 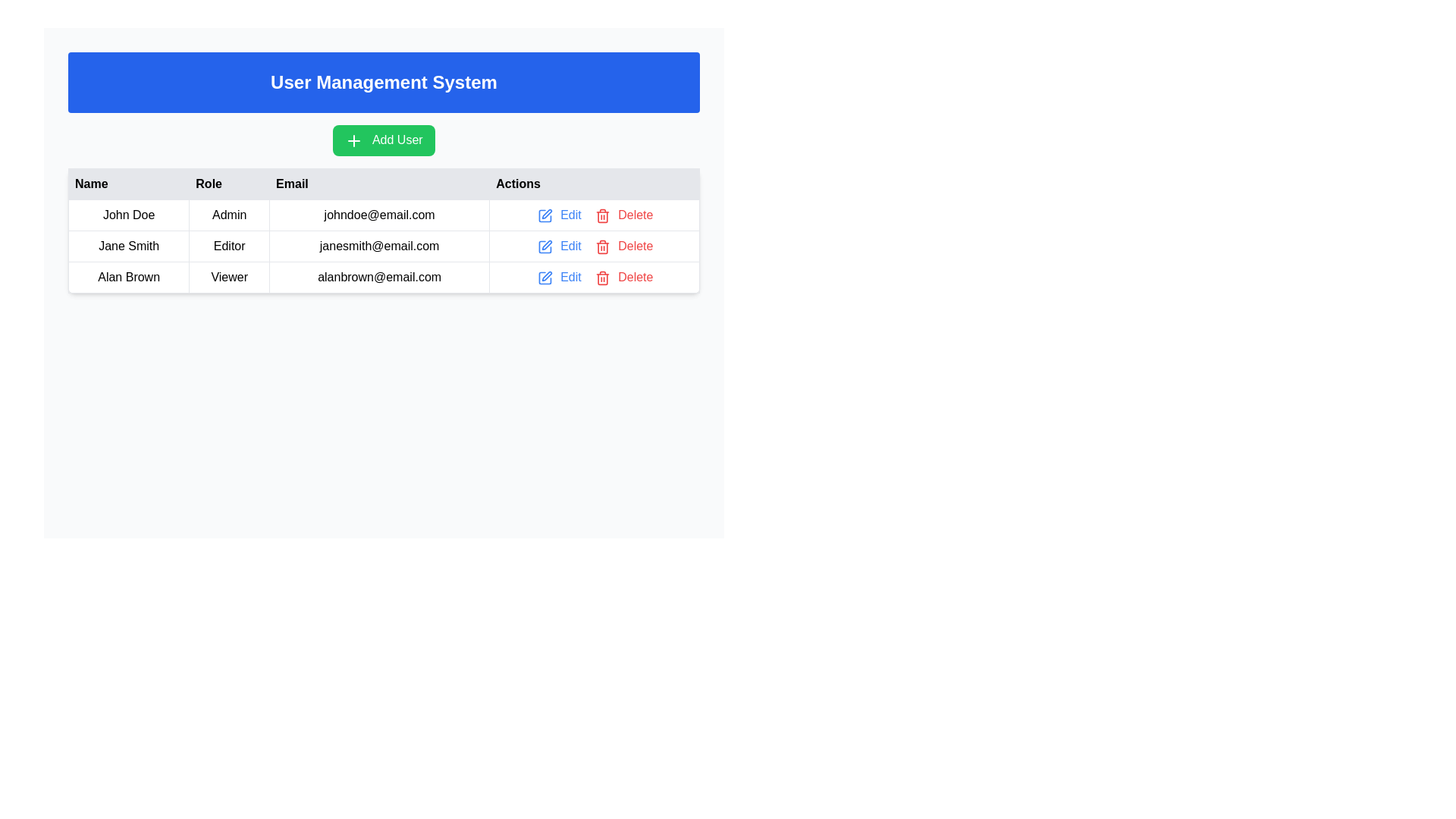 What do you see at coordinates (601, 247) in the screenshot?
I see `the trash bin icon in the 'Actions' column of the user management table for the 'Delete' action corresponding to 'Alan Brown'` at bounding box center [601, 247].